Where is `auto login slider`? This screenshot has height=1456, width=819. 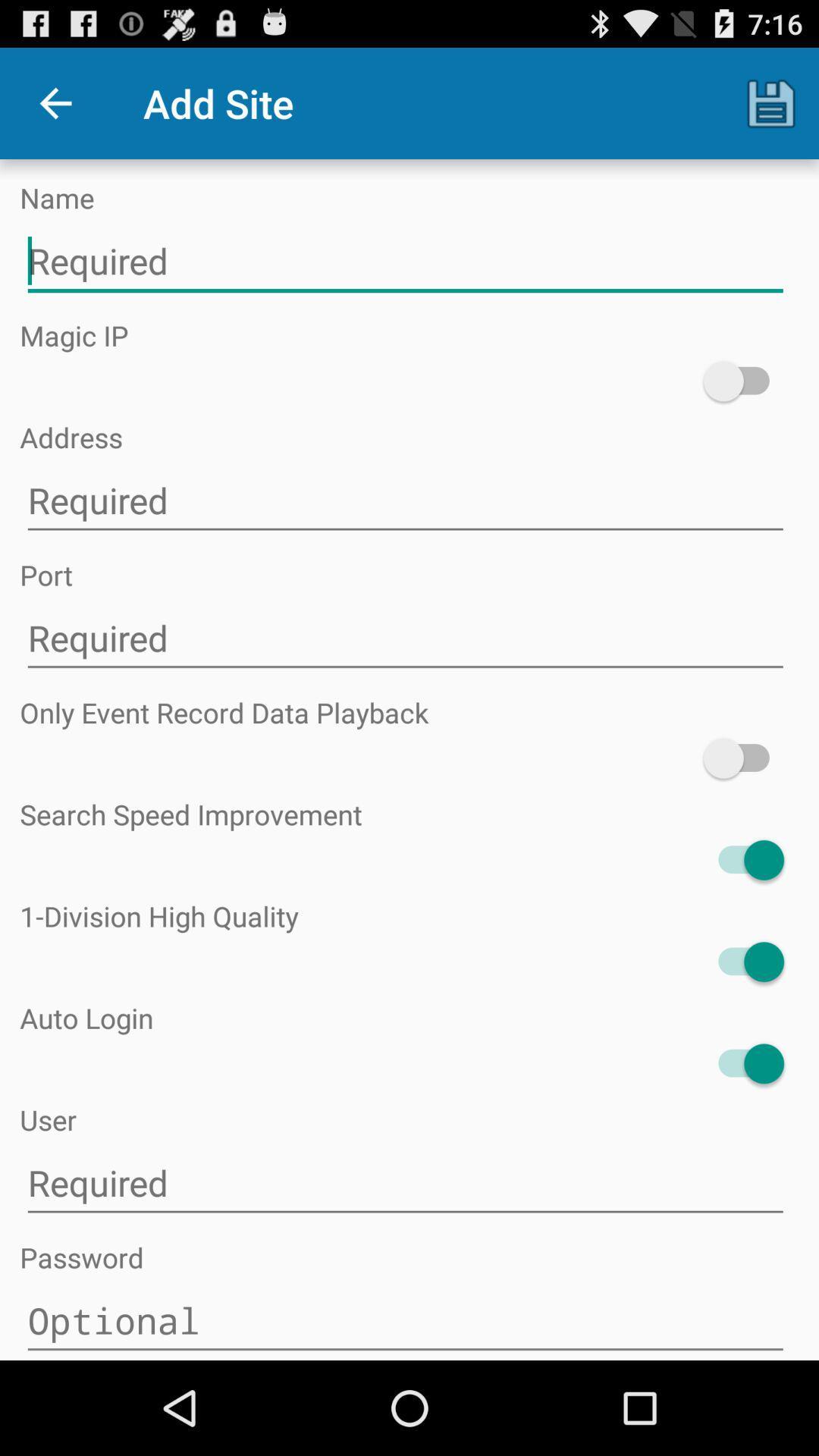
auto login slider is located at coordinates (742, 1062).